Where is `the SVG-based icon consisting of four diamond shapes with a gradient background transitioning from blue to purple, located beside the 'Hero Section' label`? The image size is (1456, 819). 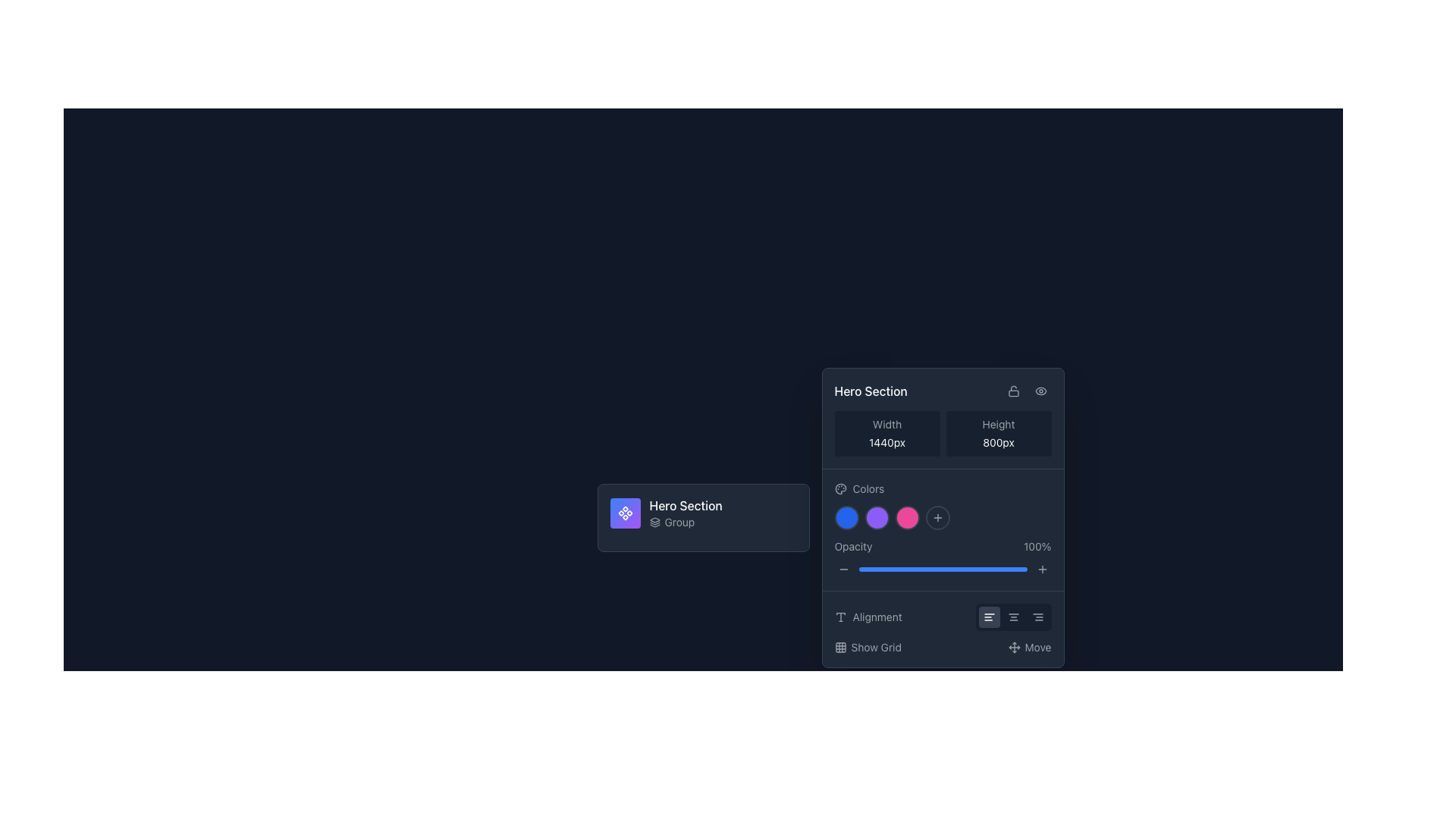
the SVG-based icon consisting of four diamond shapes with a gradient background transitioning from blue to purple, located beside the 'Hero Section' label is located at coordinates (625, 513).